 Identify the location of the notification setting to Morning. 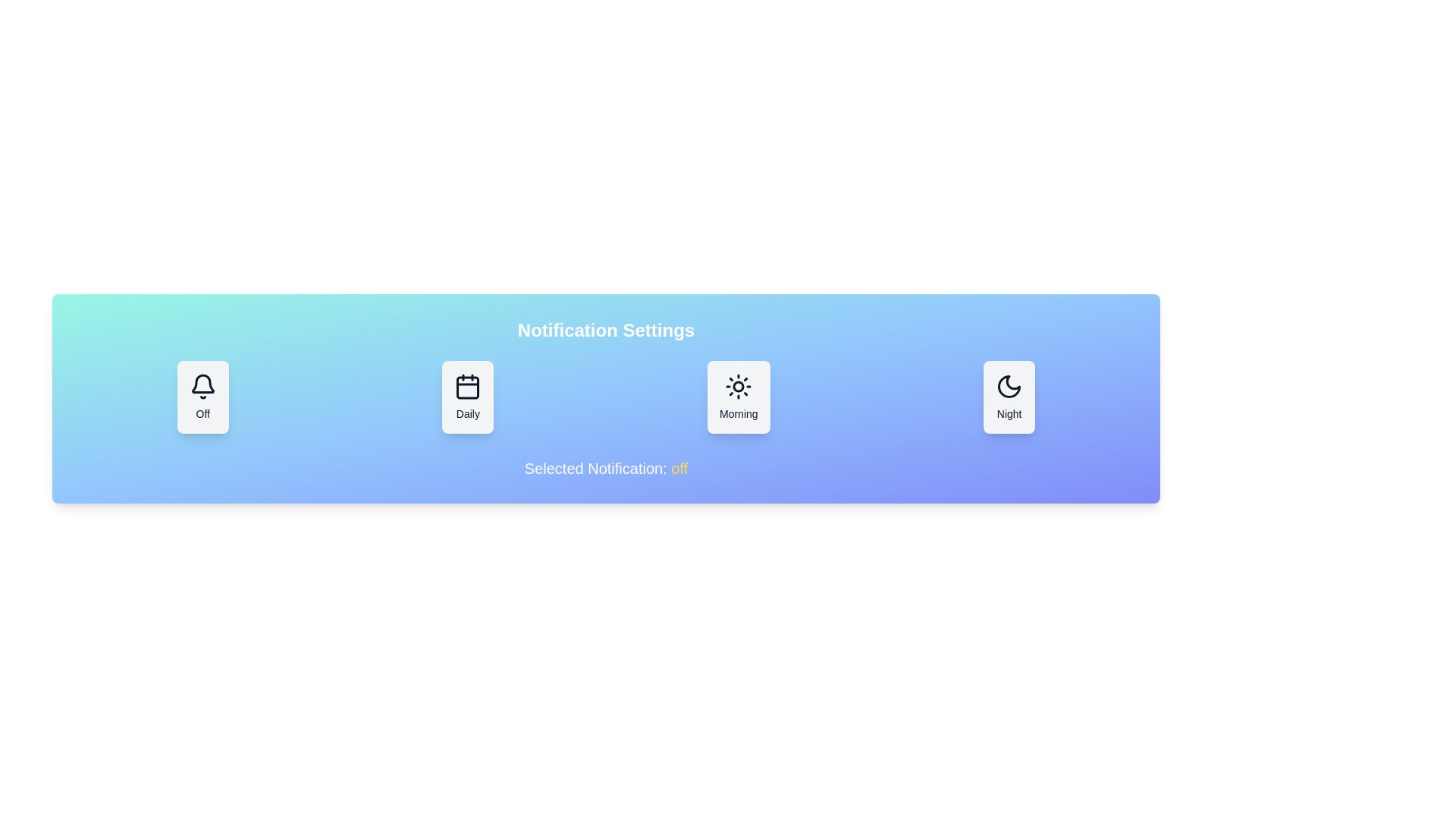
(739, 397).